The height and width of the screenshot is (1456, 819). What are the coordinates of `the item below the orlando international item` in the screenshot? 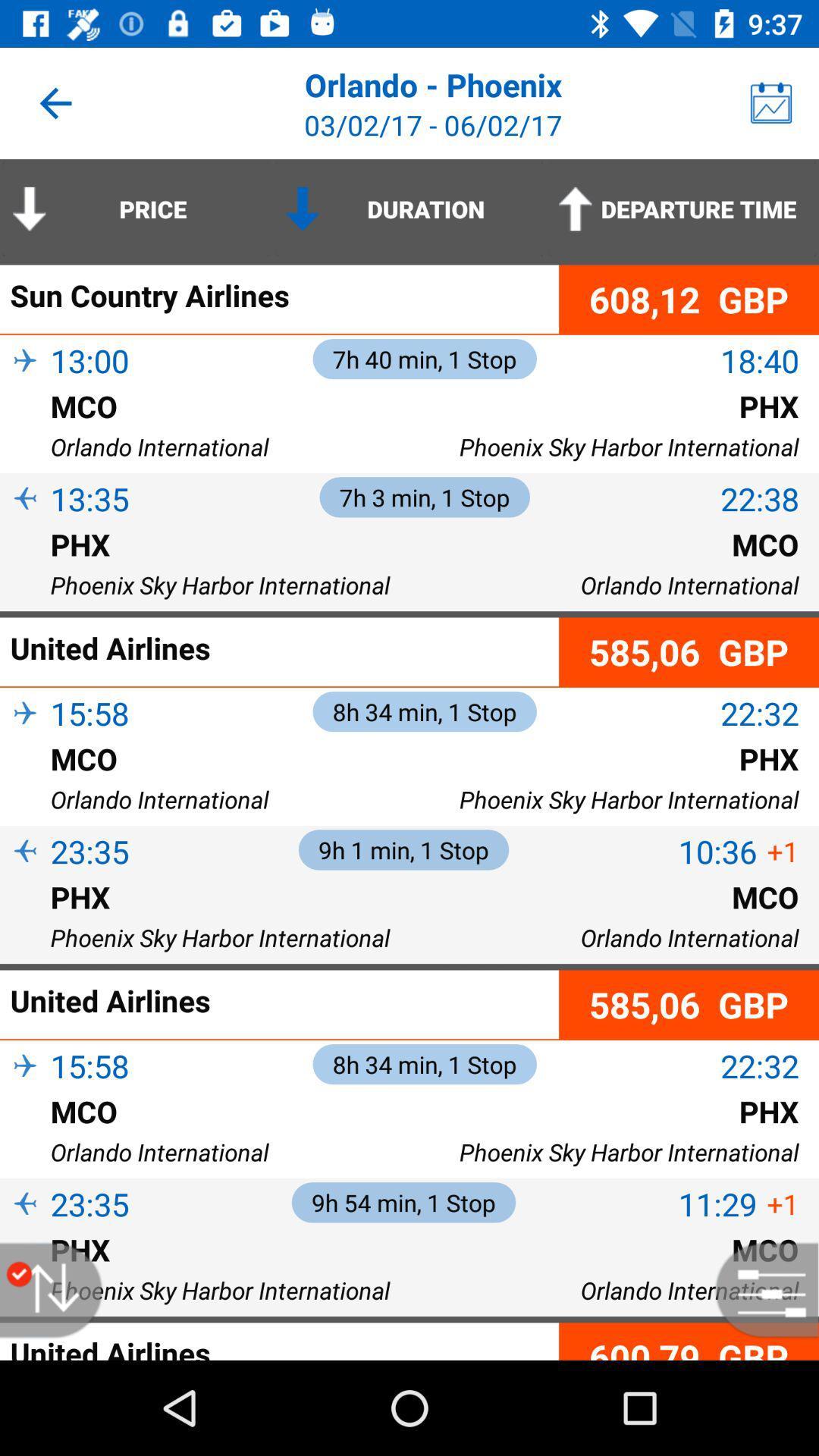 It's located at (689, 1341).